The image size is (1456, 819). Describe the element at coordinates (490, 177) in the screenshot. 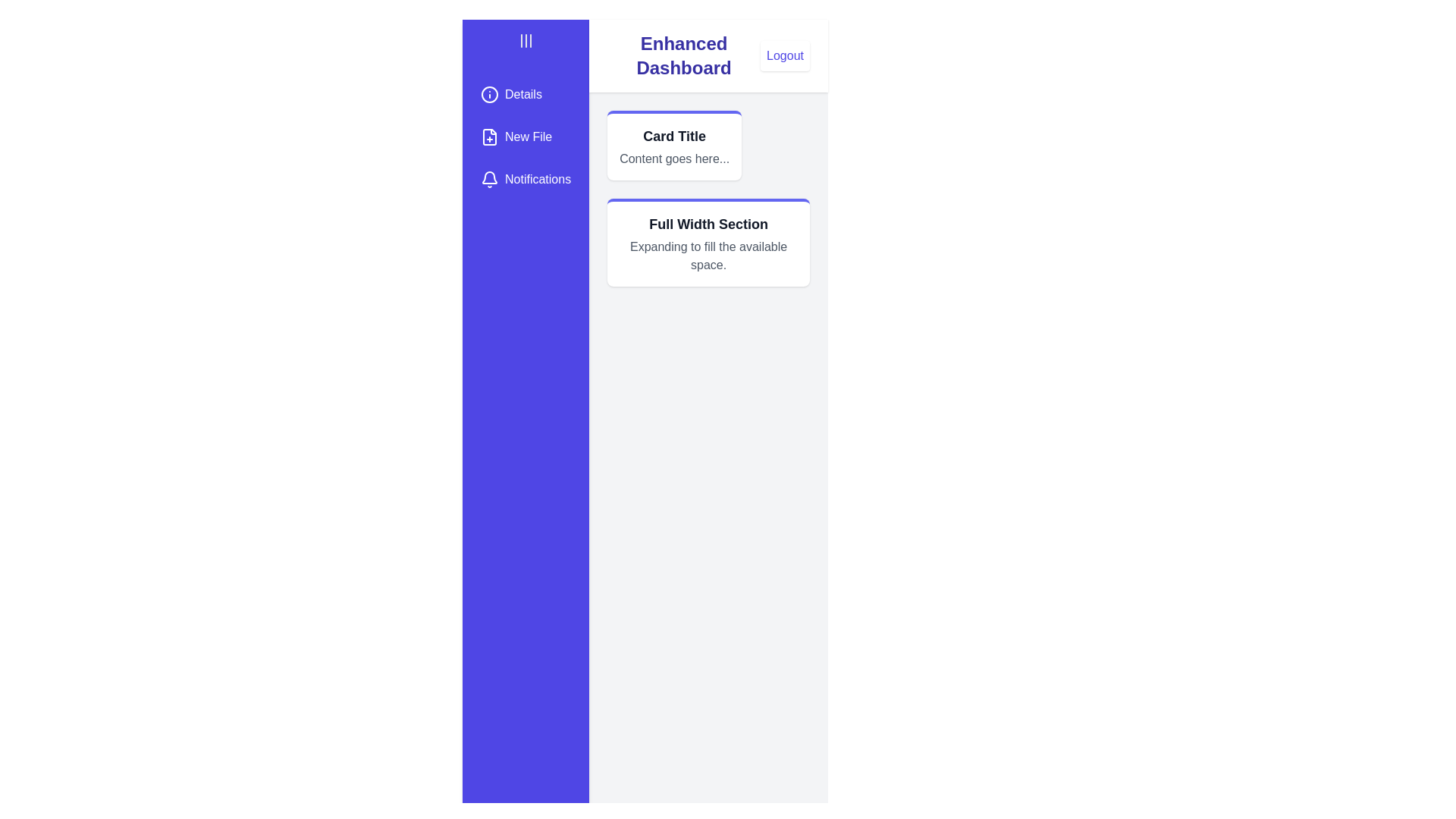

I see `the bell icon for notifications located in the sidebar below the 'New File' icon` at that location.